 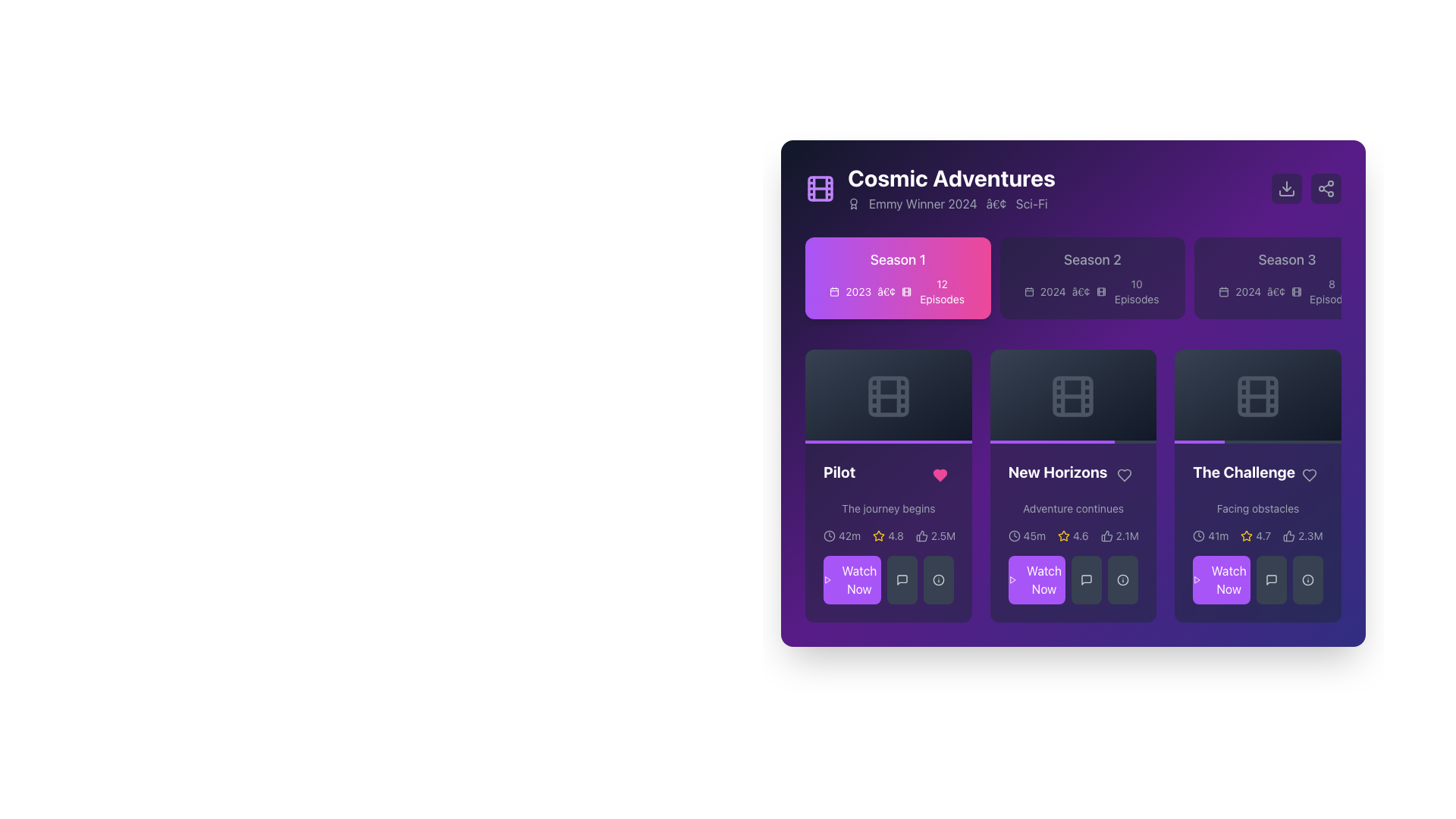 I want to click on the content associated with the title text label located, so click(x=1057, y=471).